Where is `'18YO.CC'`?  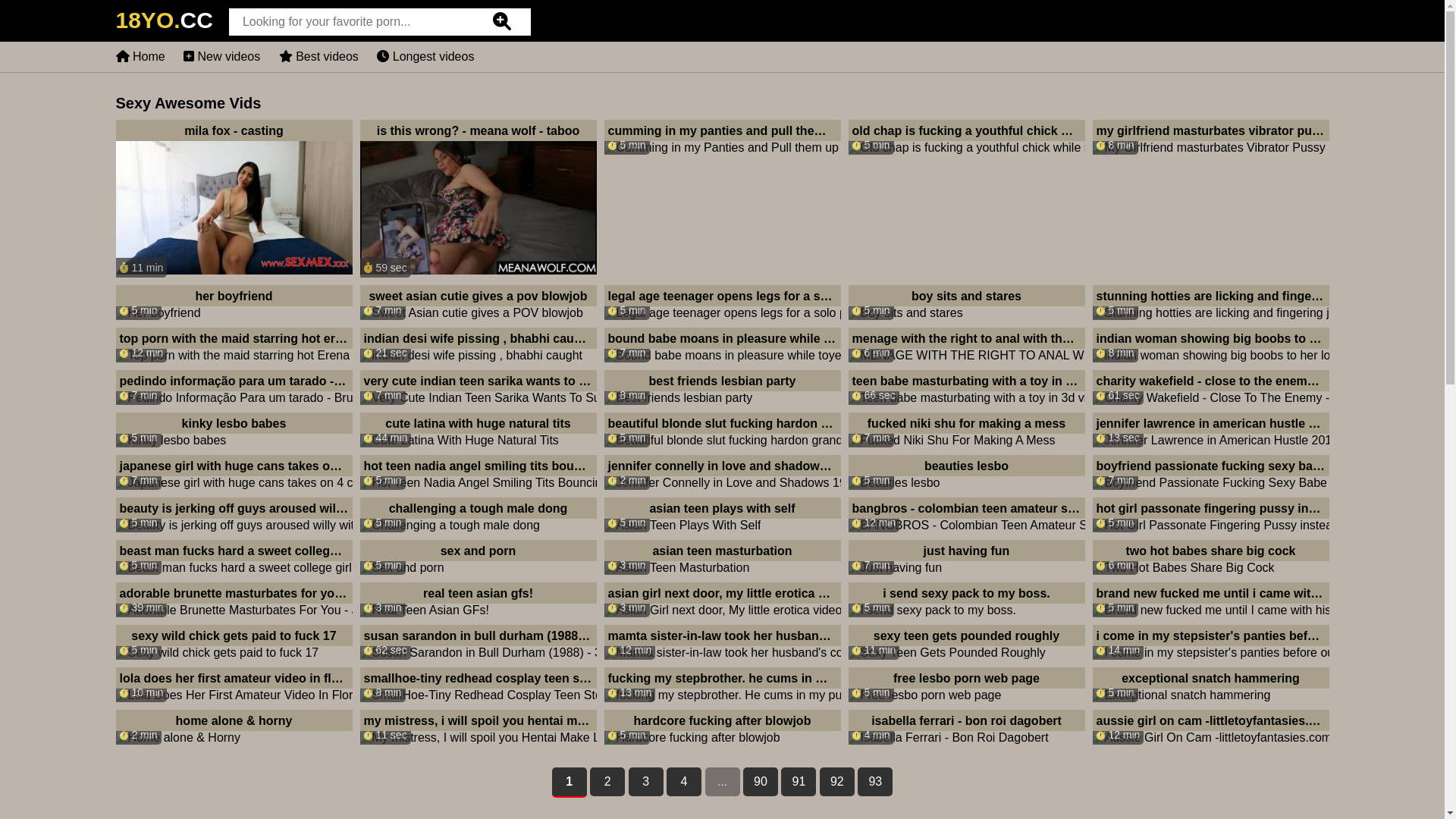 '18YO.CC' is located at coordinates (164, 24).